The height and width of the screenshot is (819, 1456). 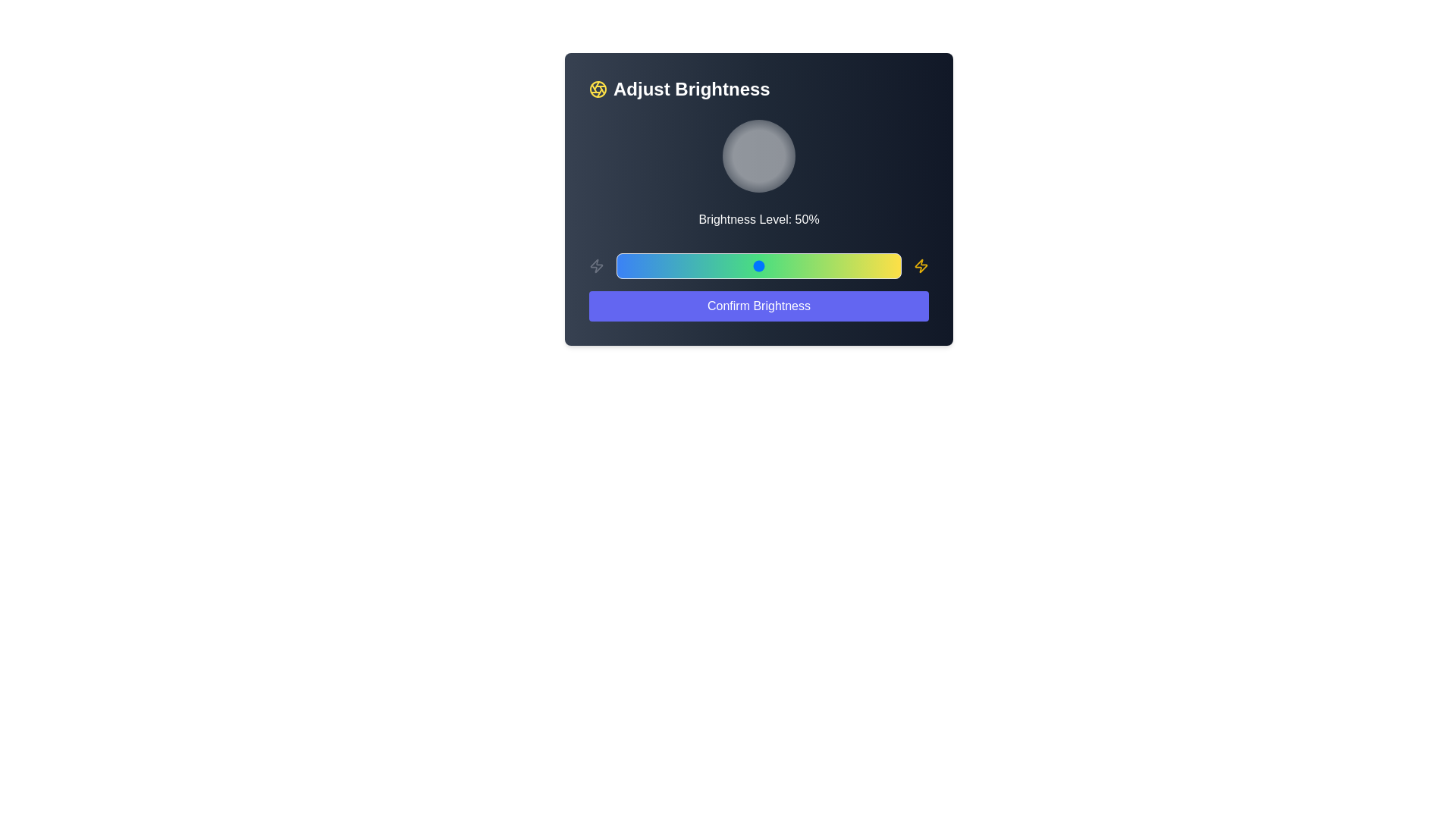 I want to click on the 'Confirm Brightness' button, so click(x=759, y=306).